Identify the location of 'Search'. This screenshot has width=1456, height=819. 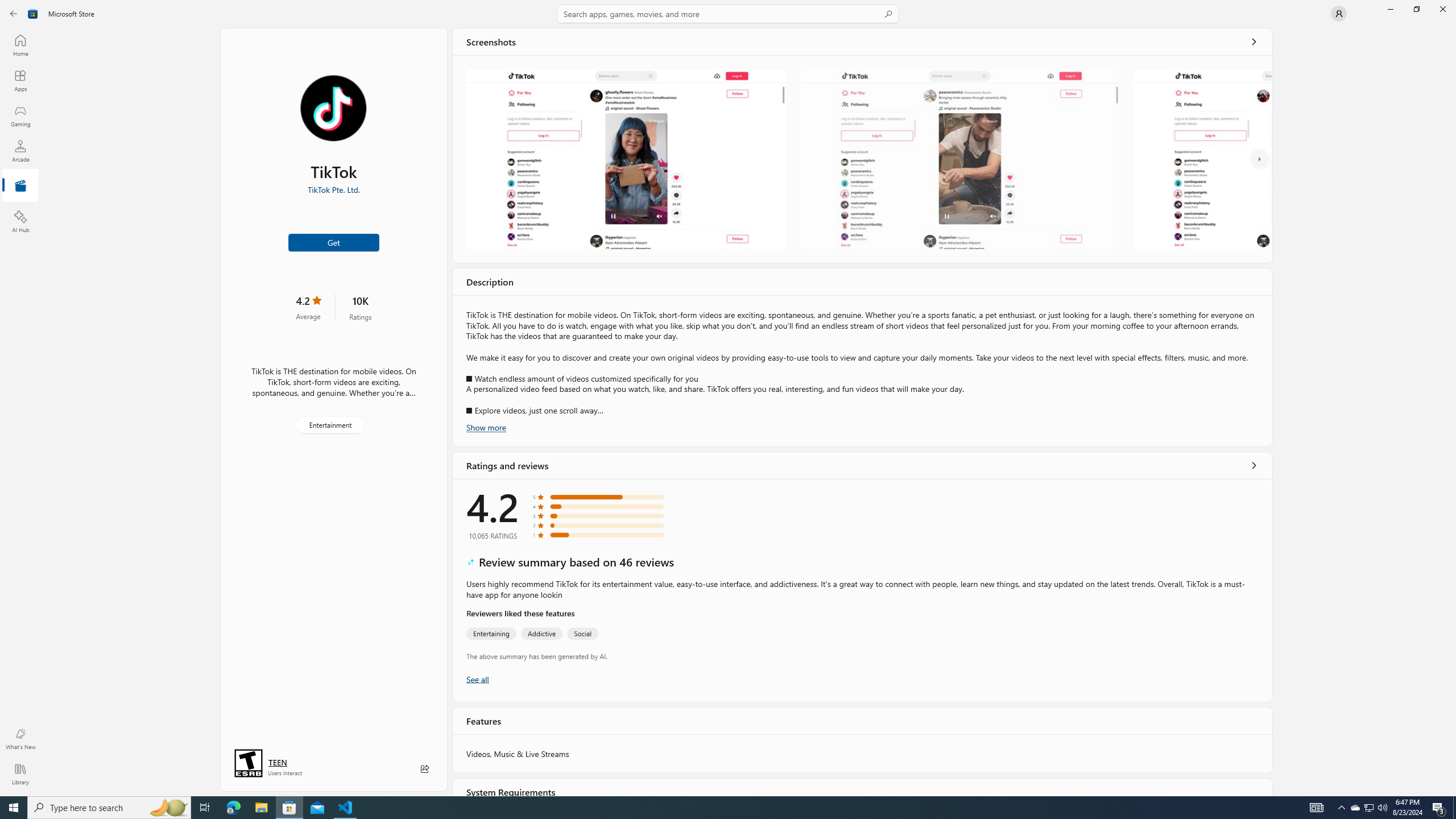
(728, 13).